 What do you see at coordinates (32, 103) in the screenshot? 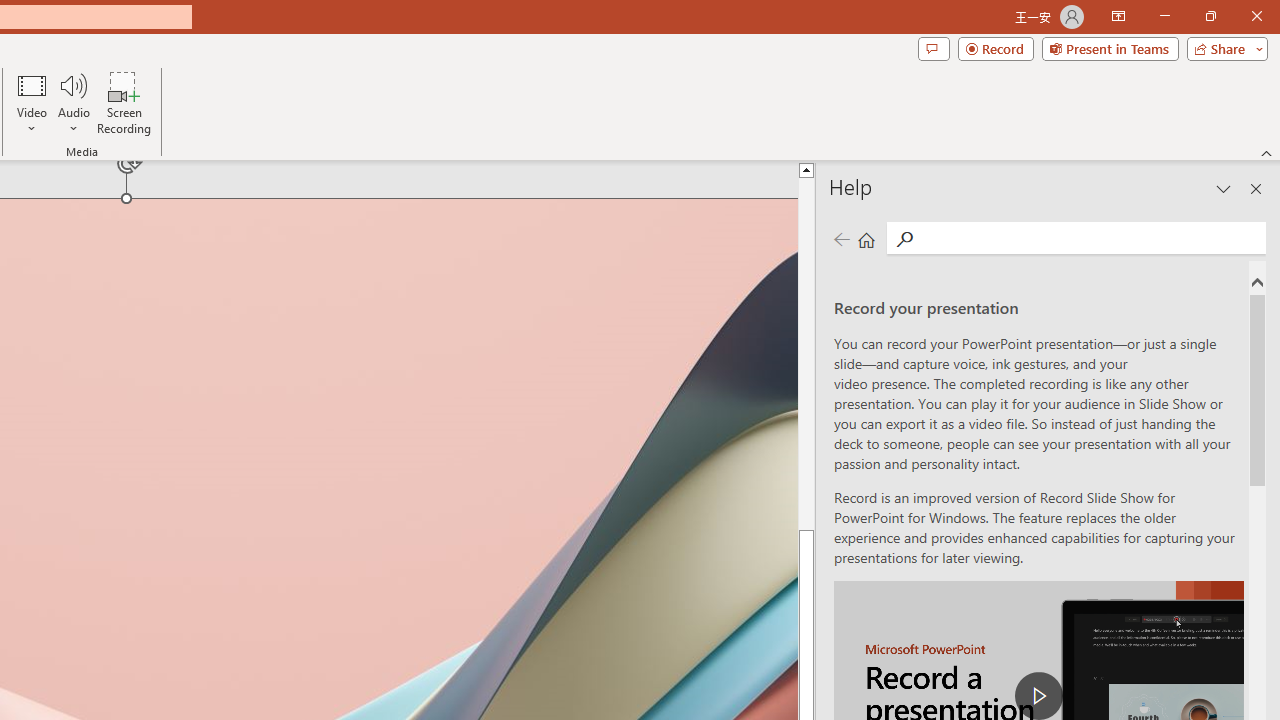
I see `'Video'` at bounding box center [32, 103].